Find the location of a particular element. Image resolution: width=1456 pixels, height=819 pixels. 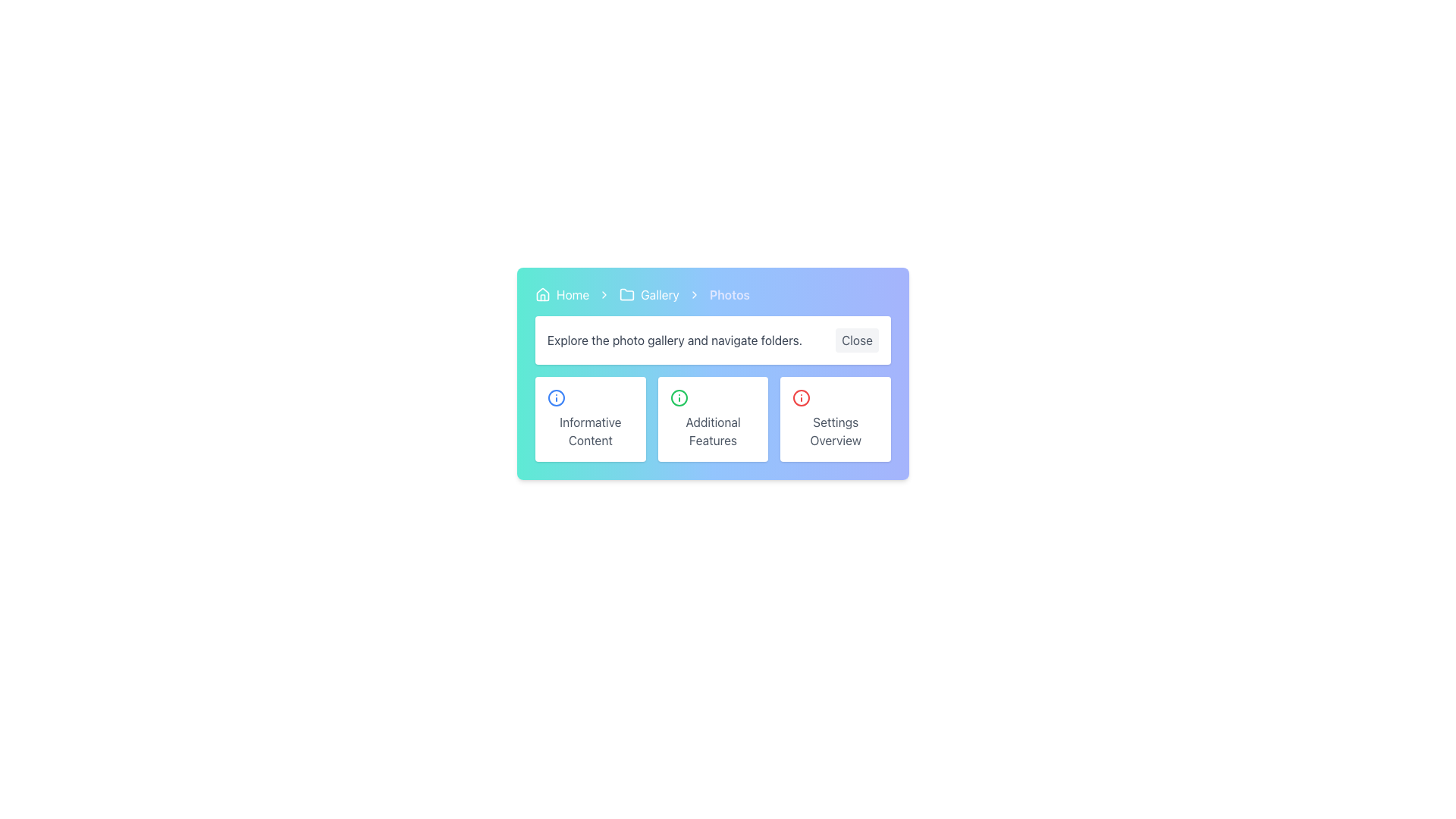

the folder icon located to the left of the 'Gallery' text in the breadcrumb navigation bar is located at coordinates (627, 295).